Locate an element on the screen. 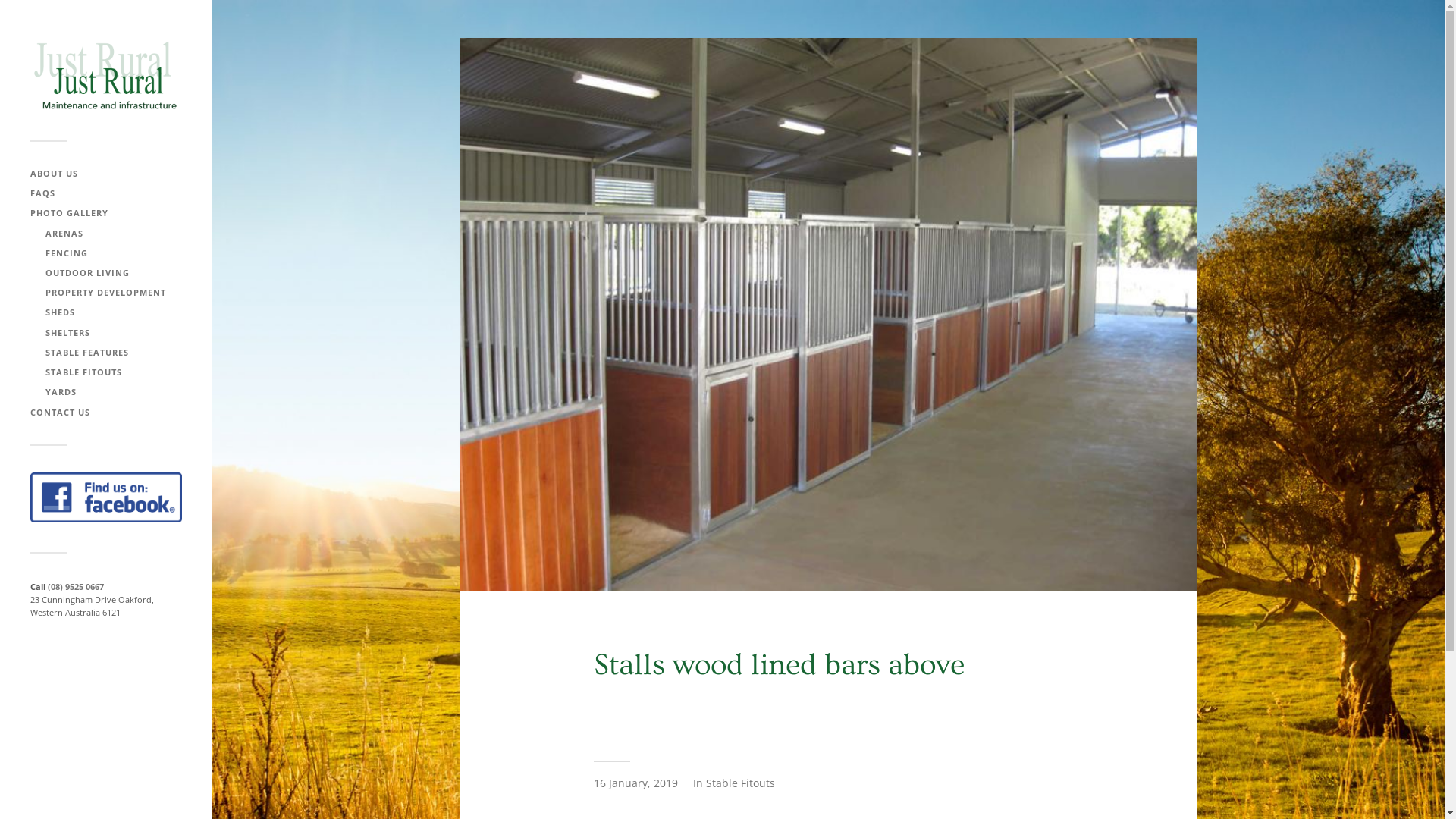  'ARENAS' is located at coordinates (64, 233).